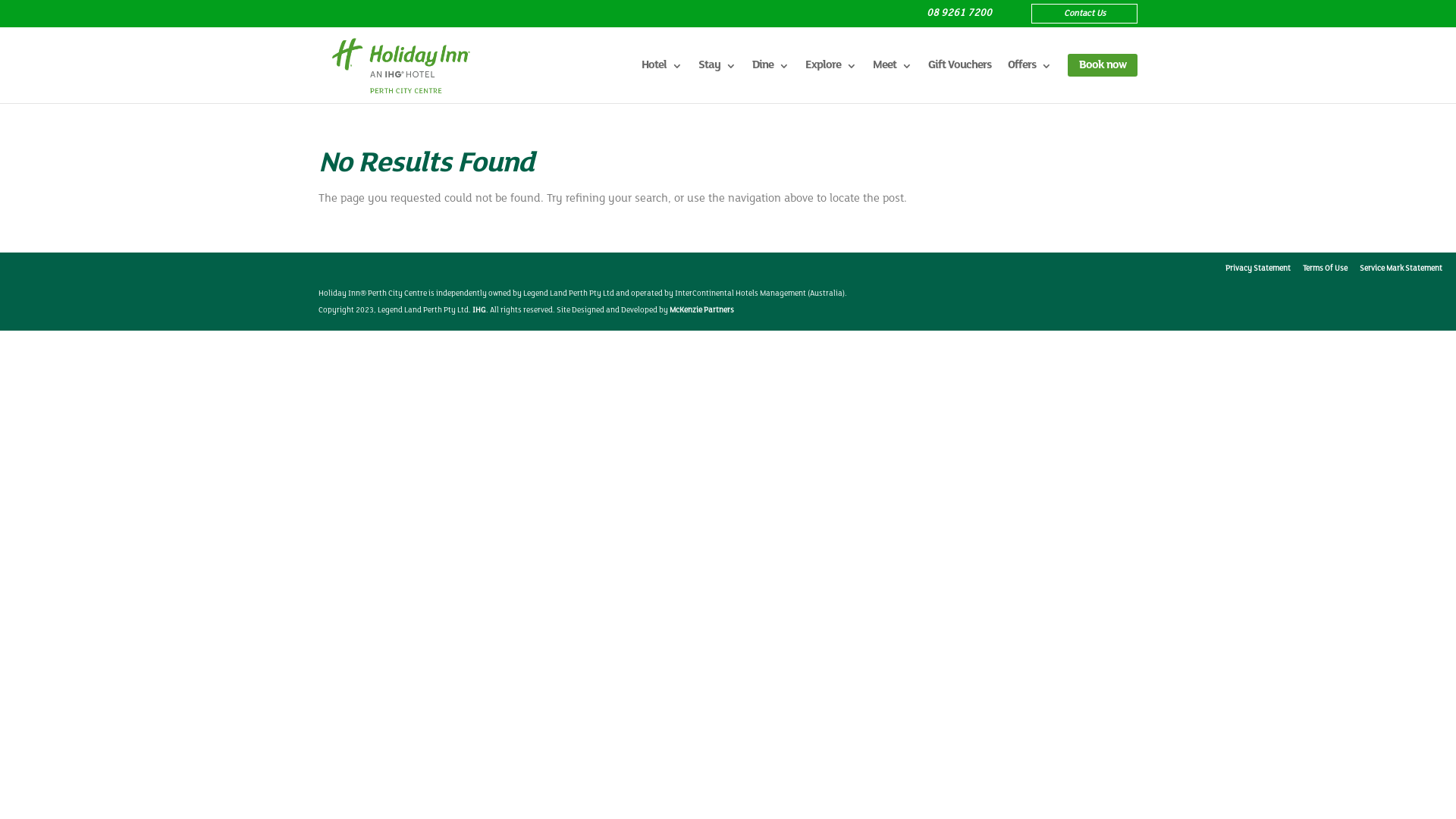  What do you see at coordinates (959, 76) in the screenshot?
I see `'Gift Vouchers'` at bounding box center [959, 76].